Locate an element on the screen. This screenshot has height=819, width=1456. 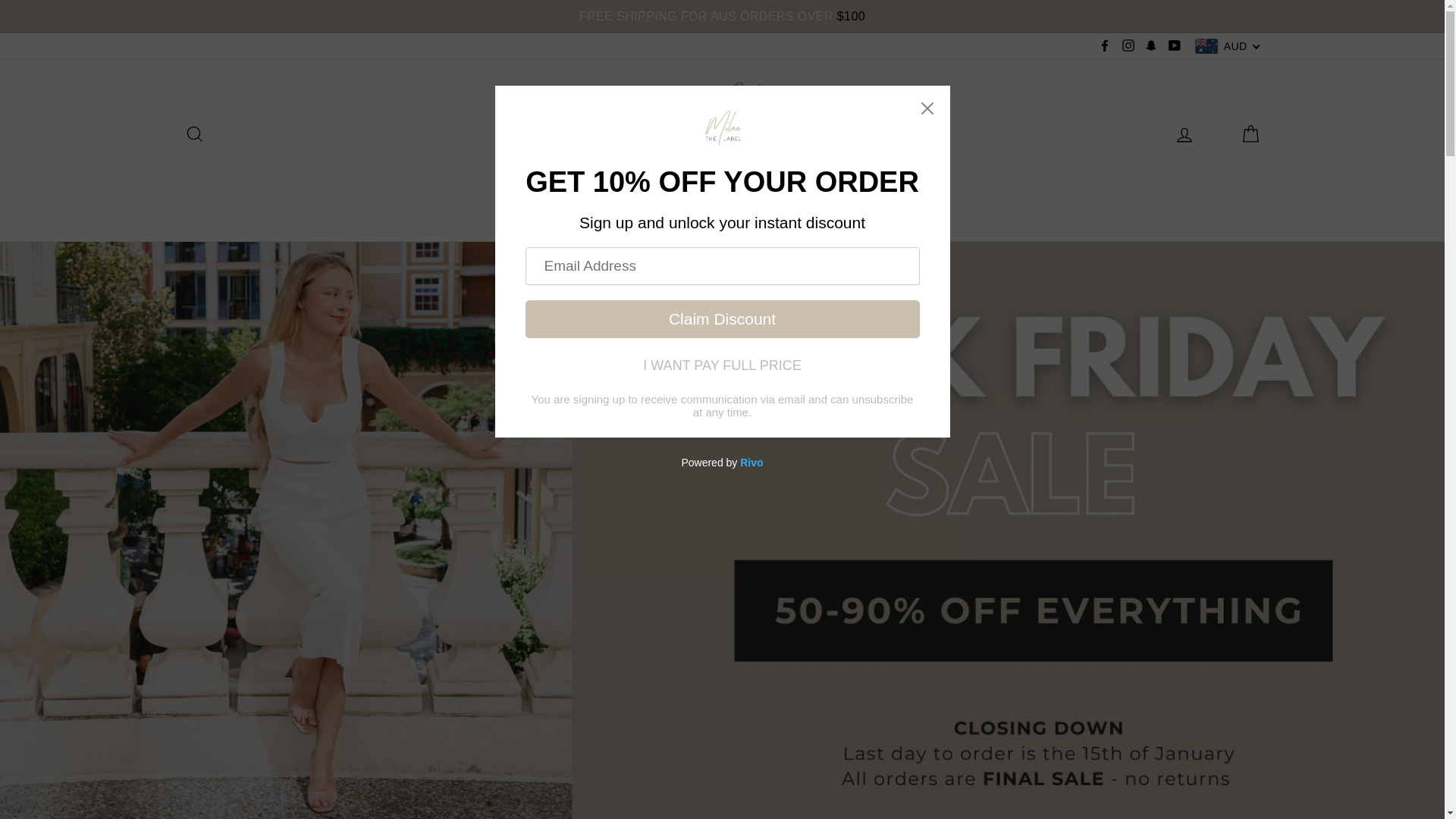
'CUSTOMER SERVICE' is located at coordinates (851, 209).